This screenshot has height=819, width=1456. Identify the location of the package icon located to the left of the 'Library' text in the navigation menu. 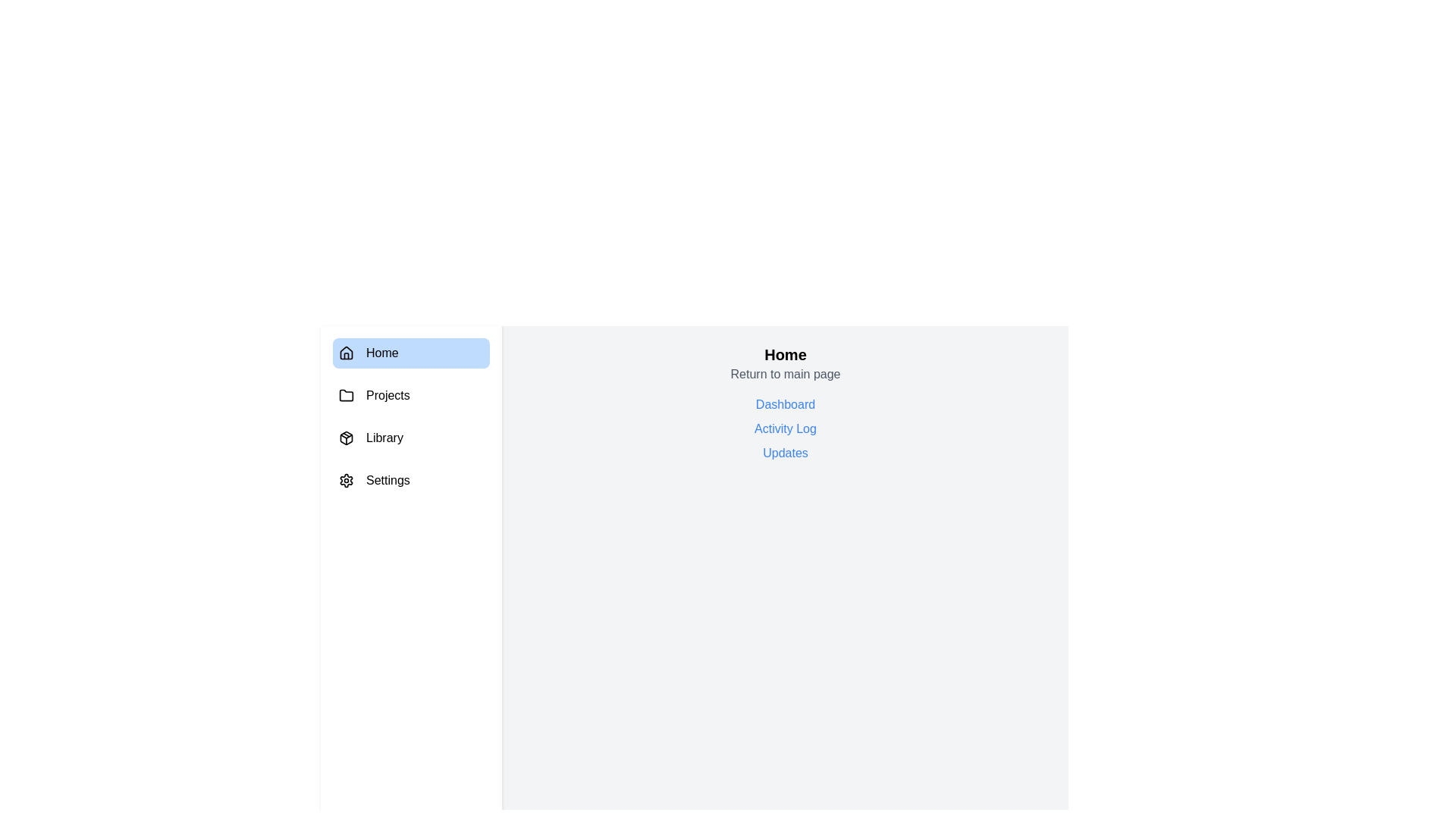
(345, 438).